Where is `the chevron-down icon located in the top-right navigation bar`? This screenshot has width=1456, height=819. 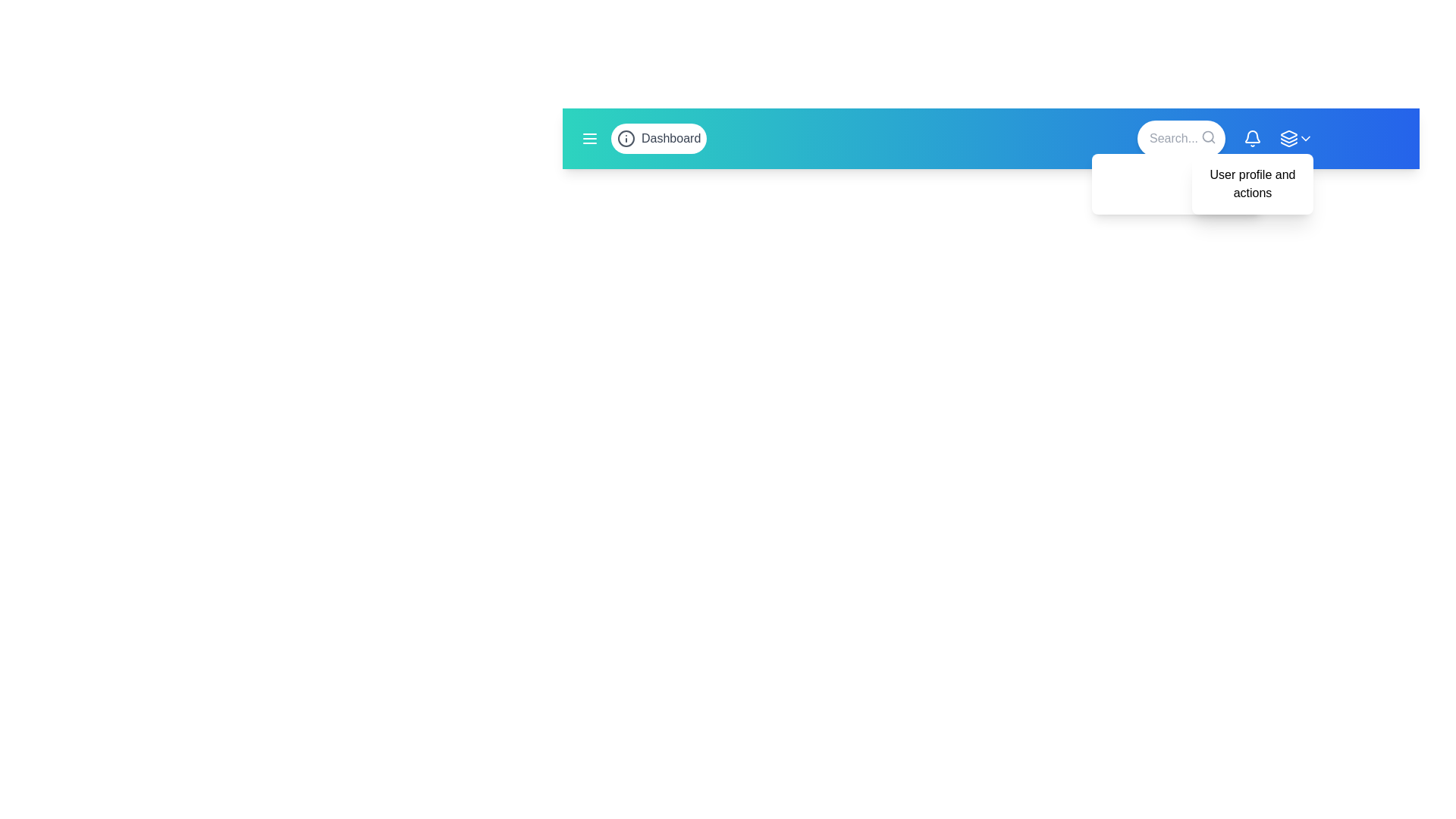
the chevron-down icon located in the top-right navigation bar is located at coordinates (1305, 138).